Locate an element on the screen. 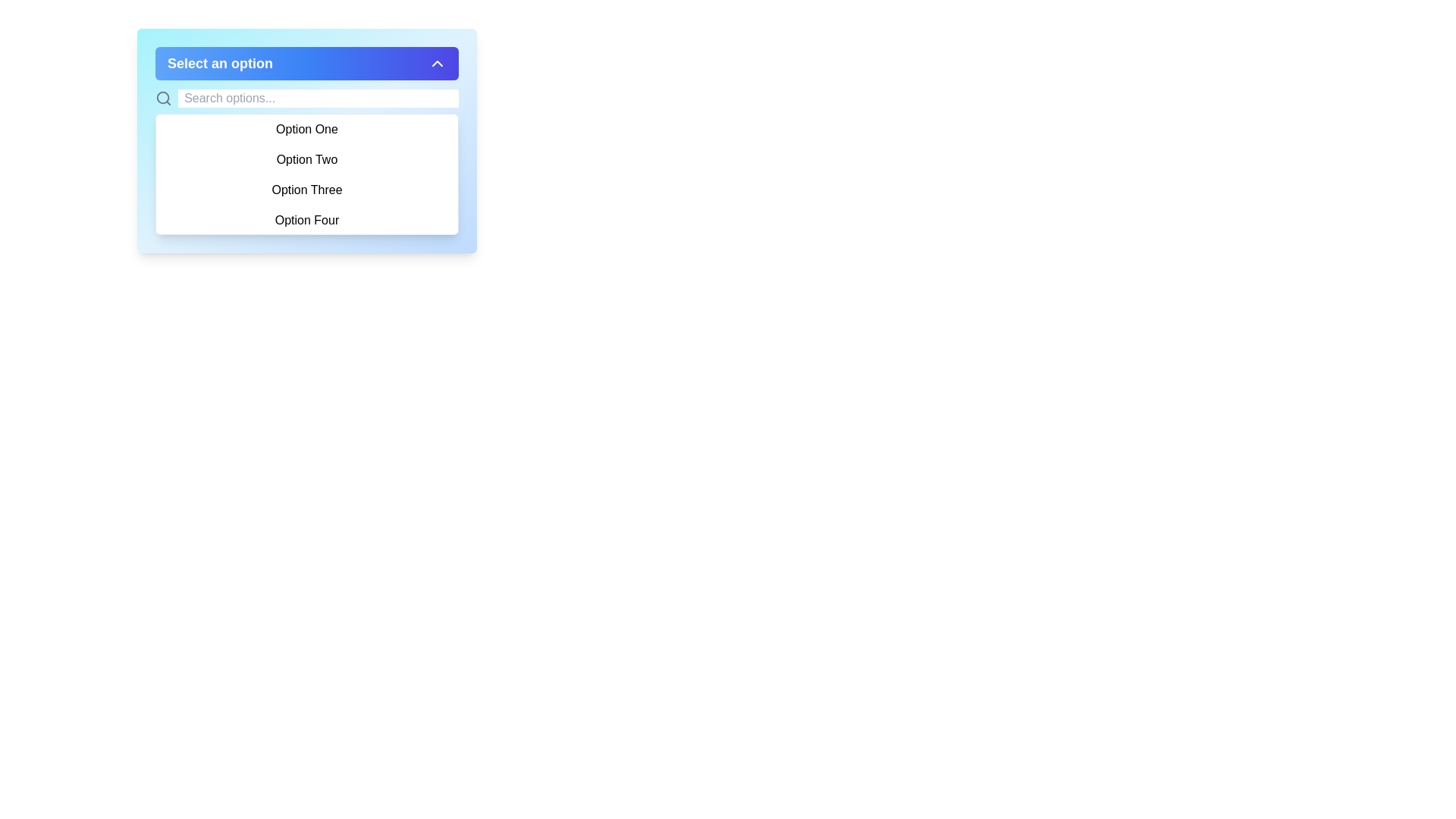 The height and width of the screenshot is (819, 1456). the first option in the dropdown menu, which is located directly below the search bar and is part of a dropdown with a white background and blue border is located at coordinates (306, 128).